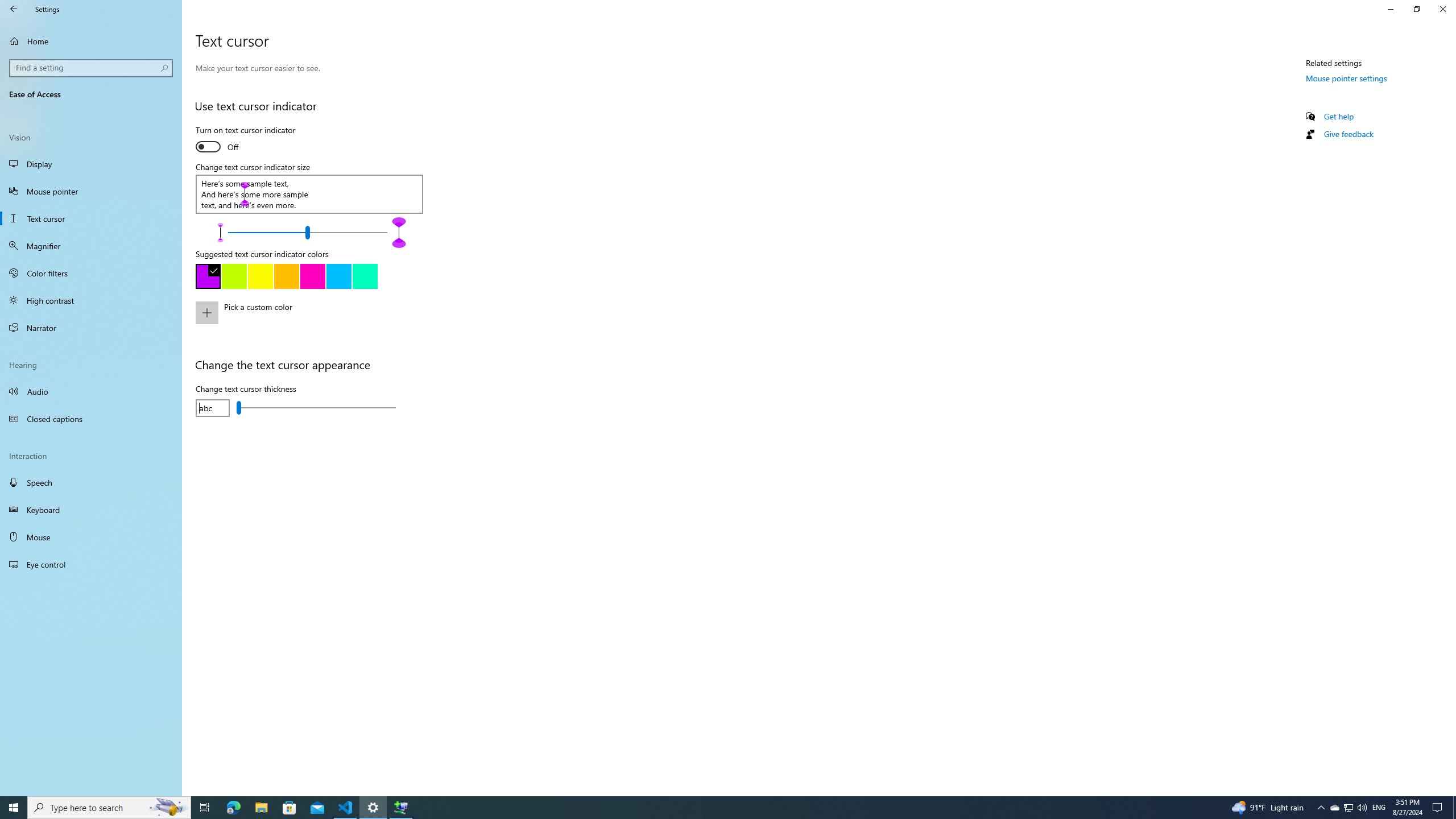  I want to click on 'Extensible Wizards Host Process - 1 running window', so click(401, 806).